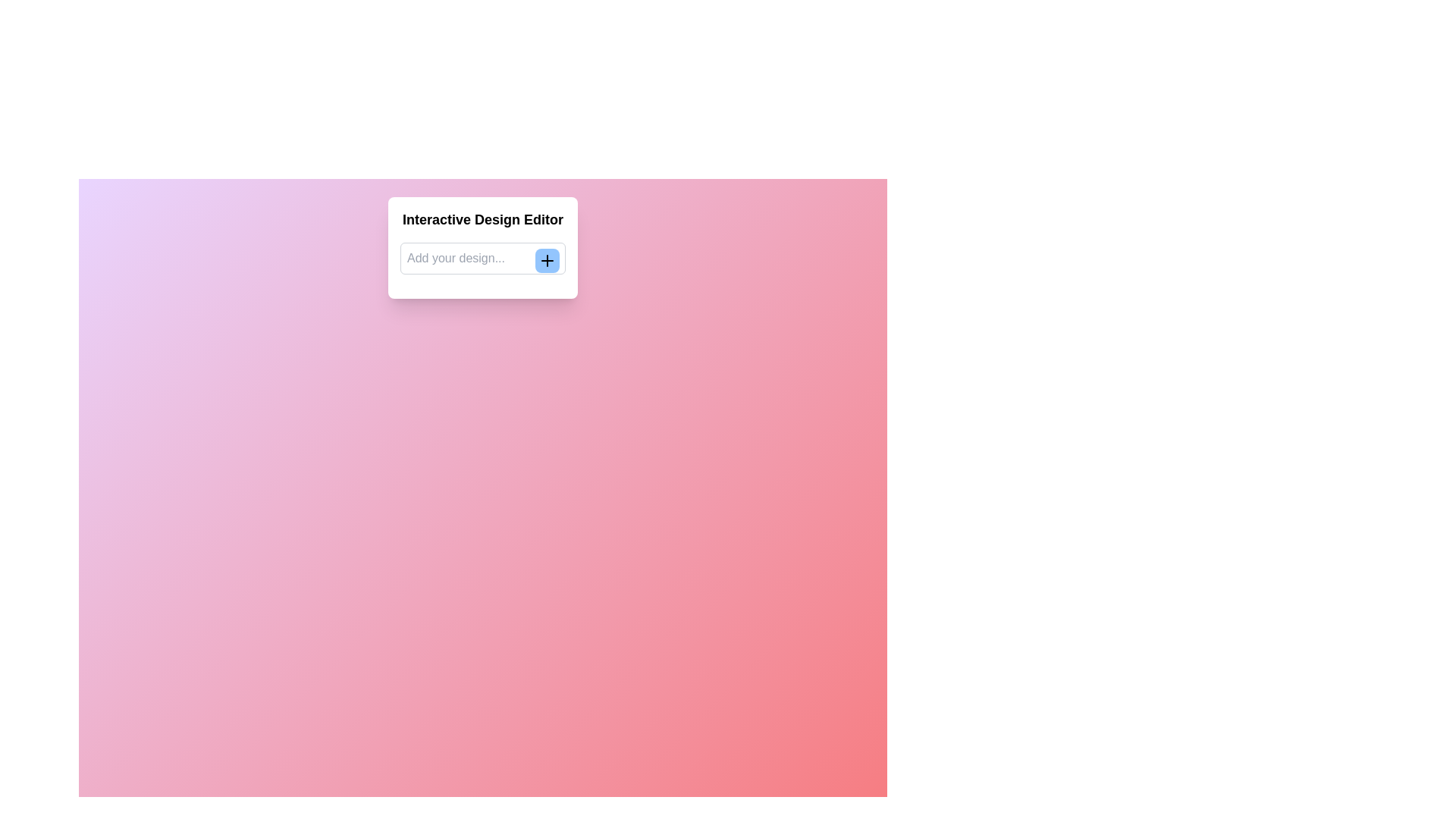 This screenshot has height=819, width=1456. Describe the element at coordinates (546, 259) in the screenshot. I see `the plus icon button located on the rounded rectangular button with a blue background` at that location.